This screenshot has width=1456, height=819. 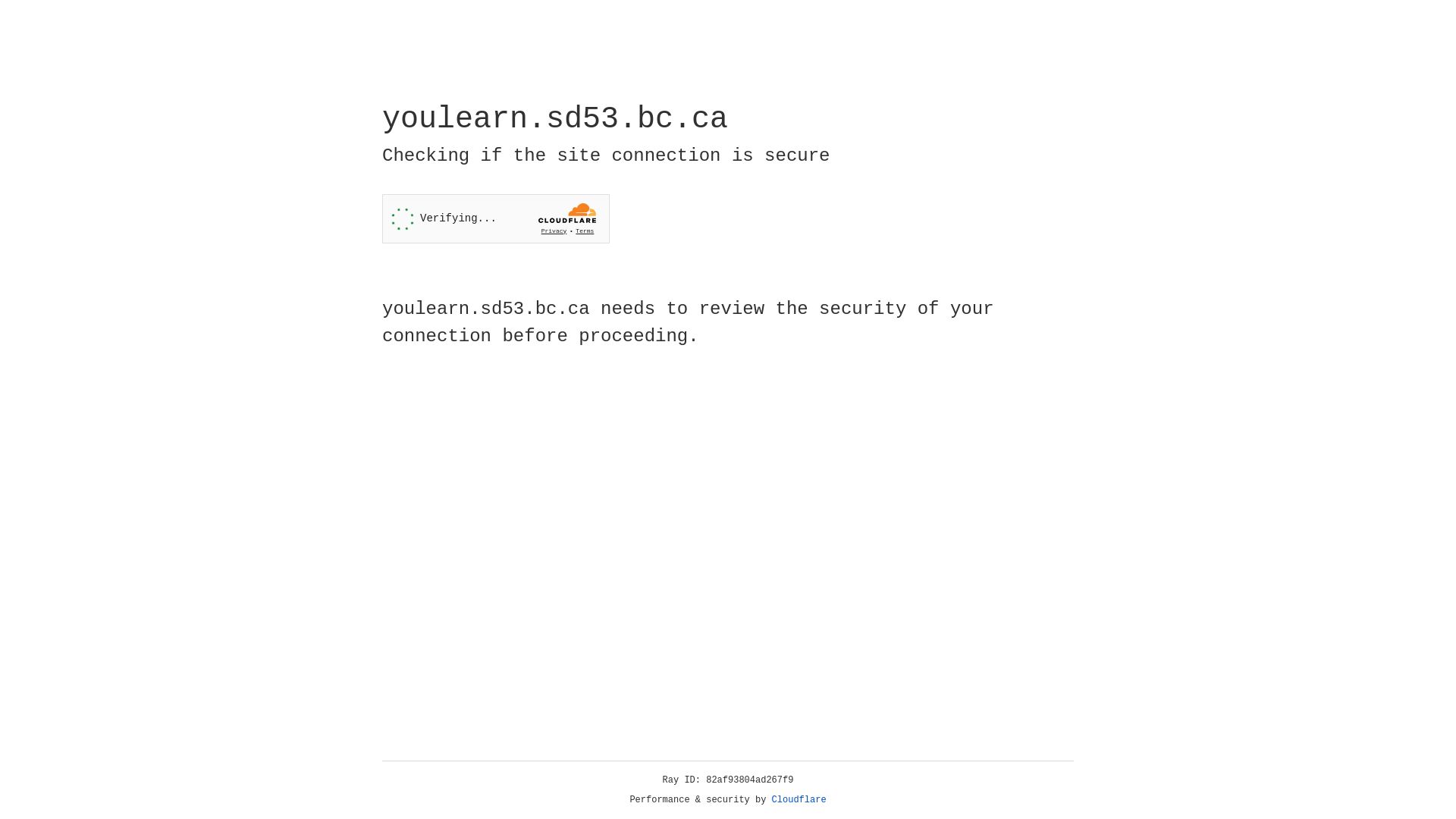 I want to click on 'Cloudflare', so click(x=771, y=799).